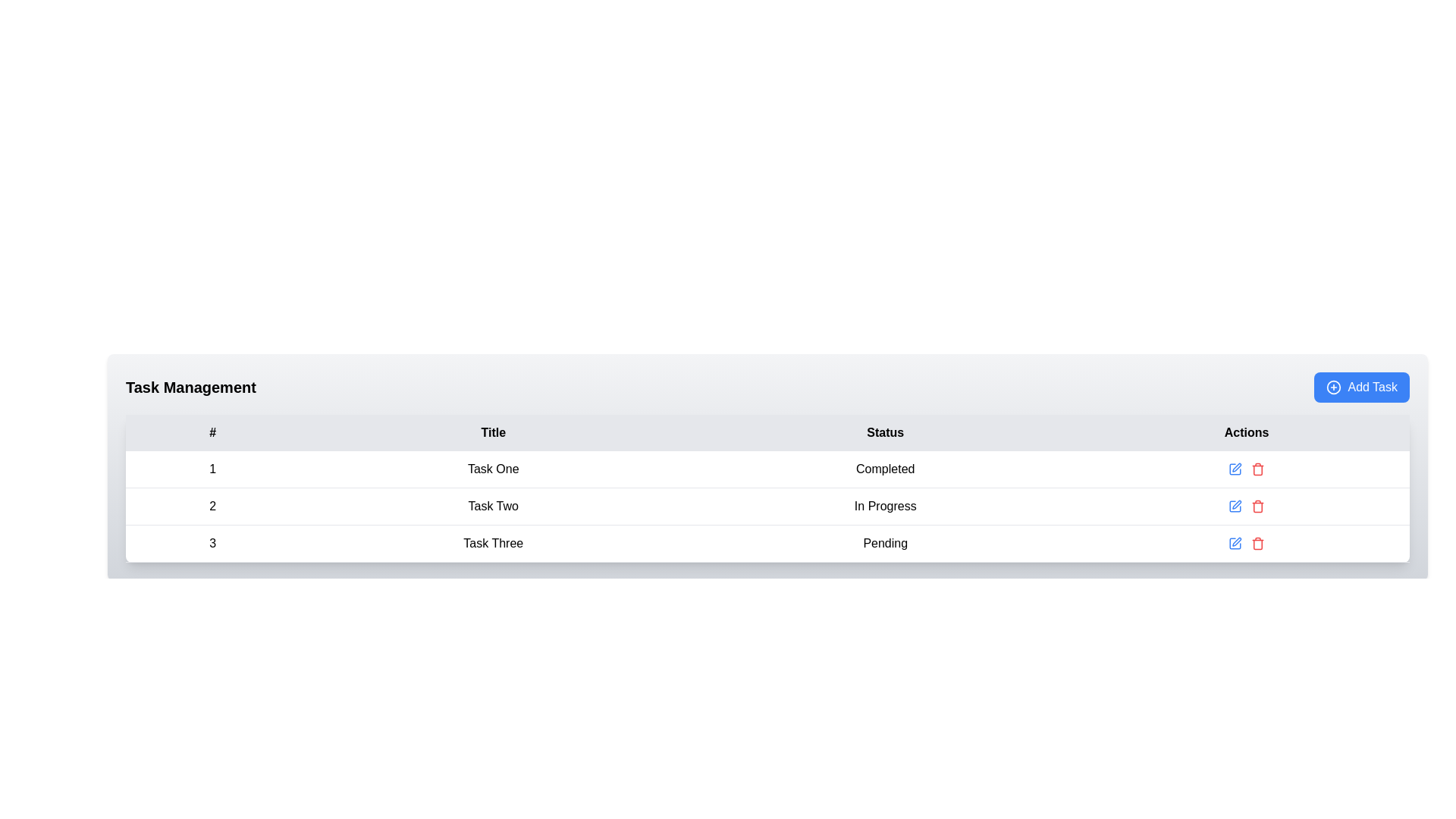 The height and width of the screenshot is (819, 1456). I want to click on the table cell, so click(1246, 543).